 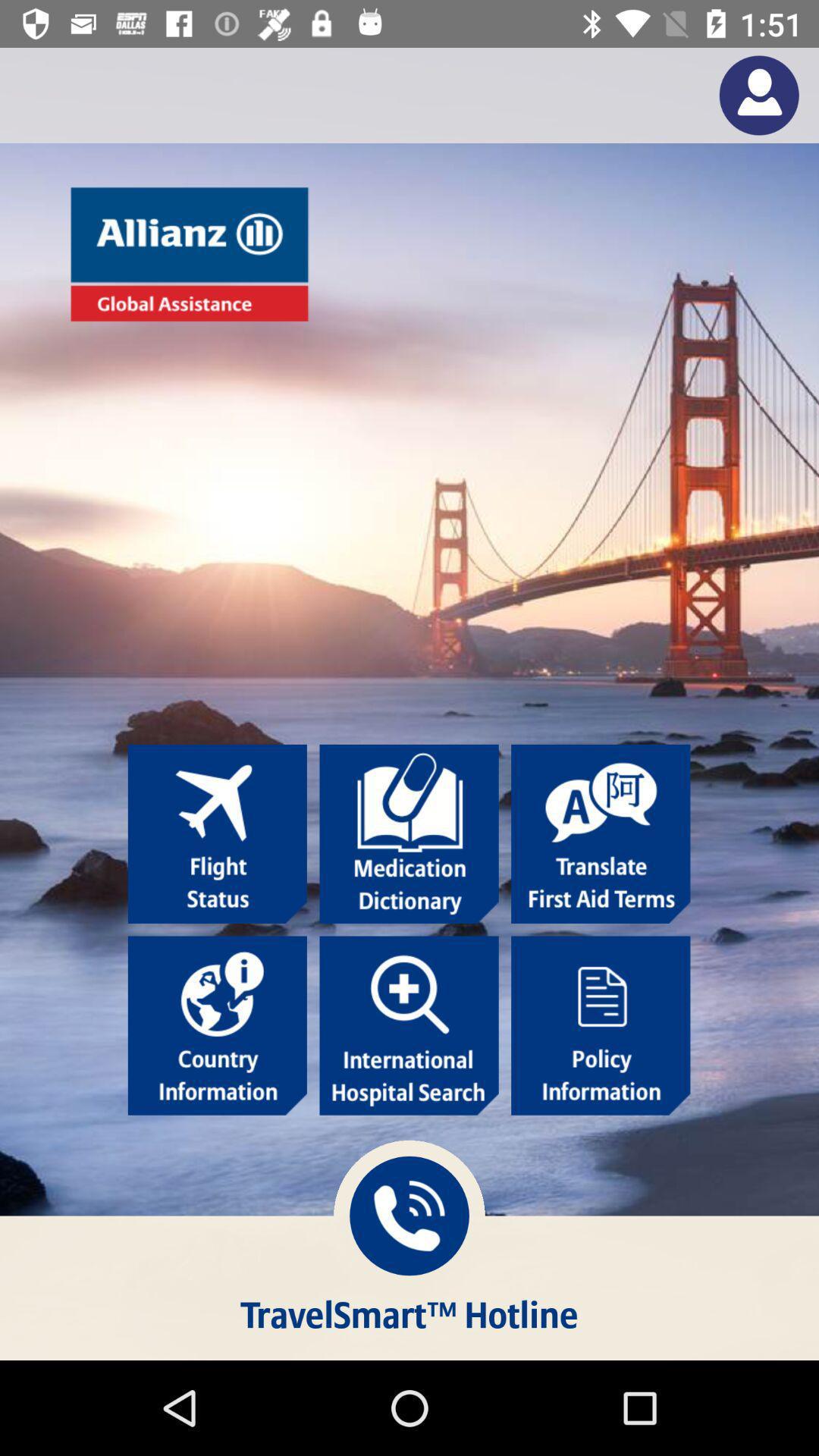 What do you see at coordinates (600, 1025) in the screenshot?
I see `policy information icon` at bounding box center [600, 1025].